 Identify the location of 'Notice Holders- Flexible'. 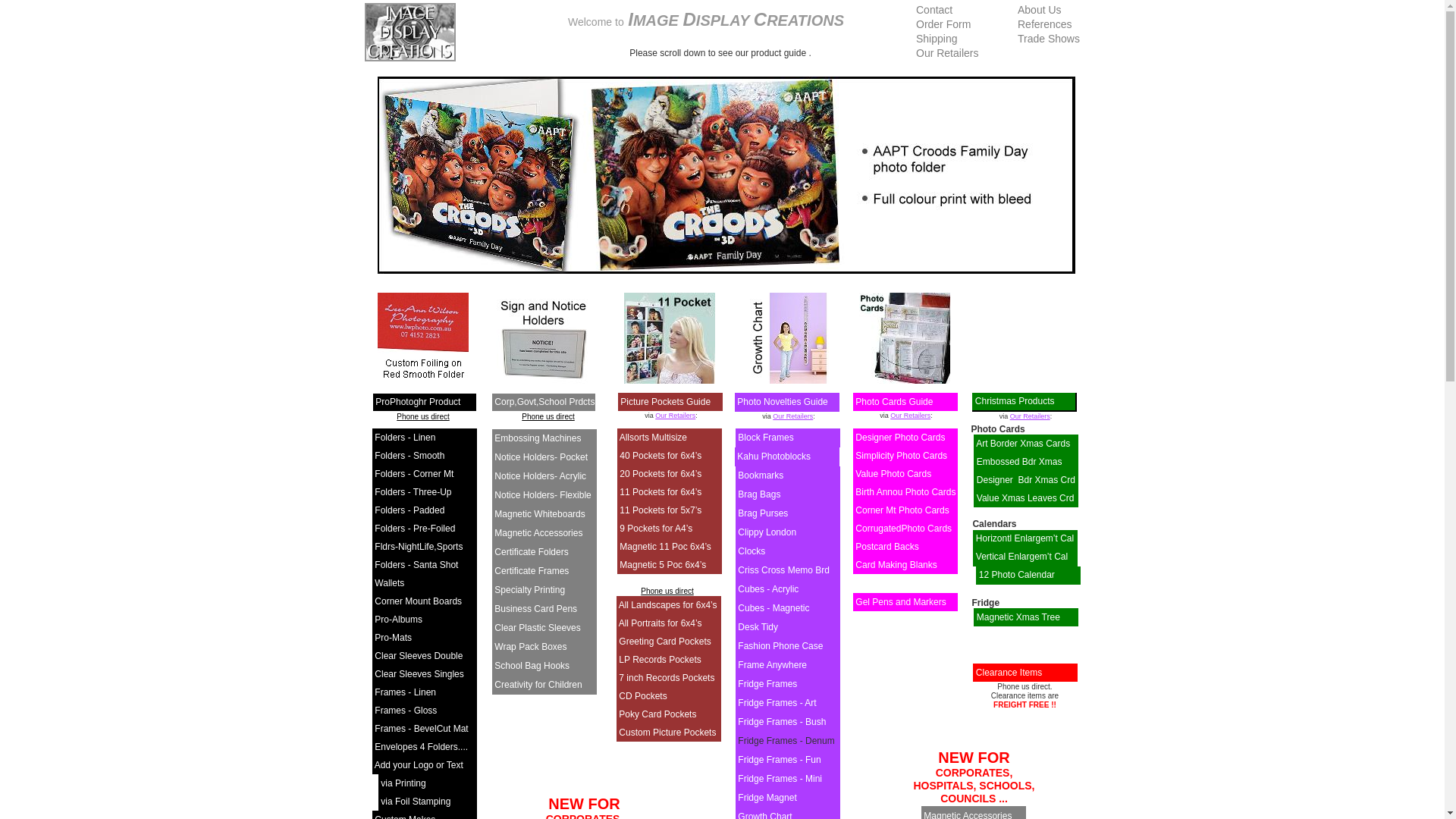
(542, 494).